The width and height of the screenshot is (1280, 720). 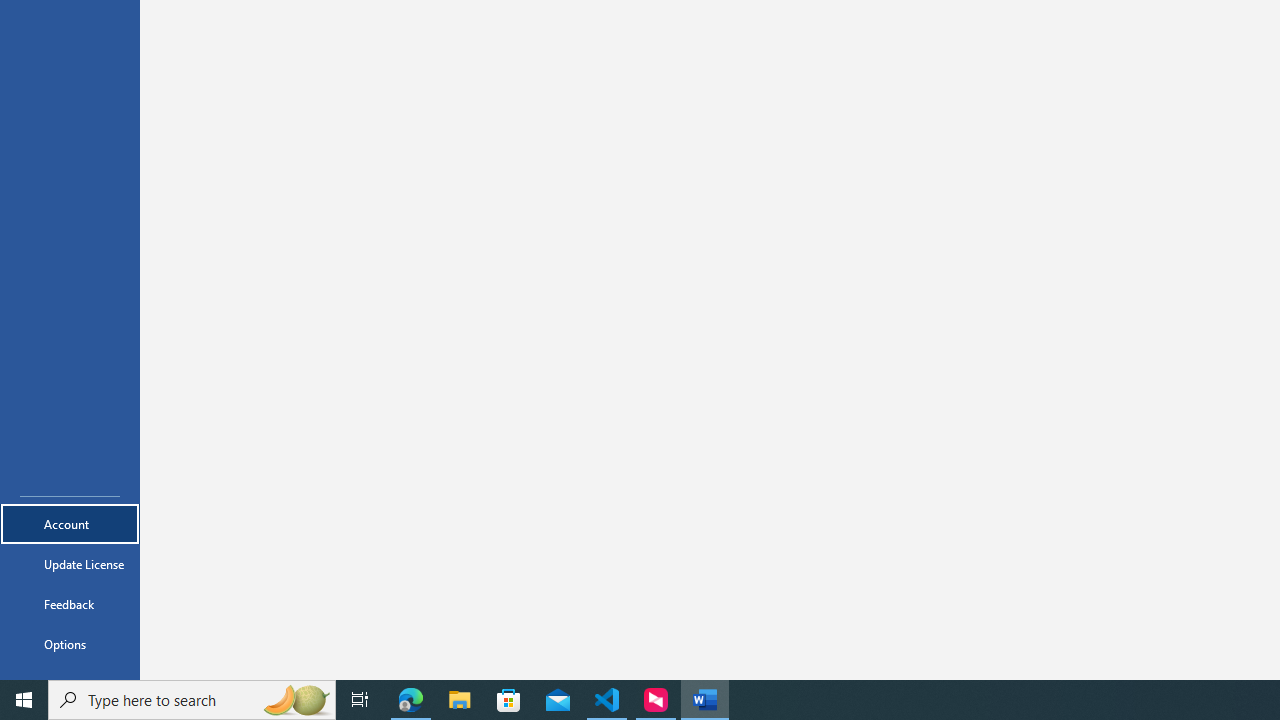 I want to click on 'Options', so click(x=69, y=644).